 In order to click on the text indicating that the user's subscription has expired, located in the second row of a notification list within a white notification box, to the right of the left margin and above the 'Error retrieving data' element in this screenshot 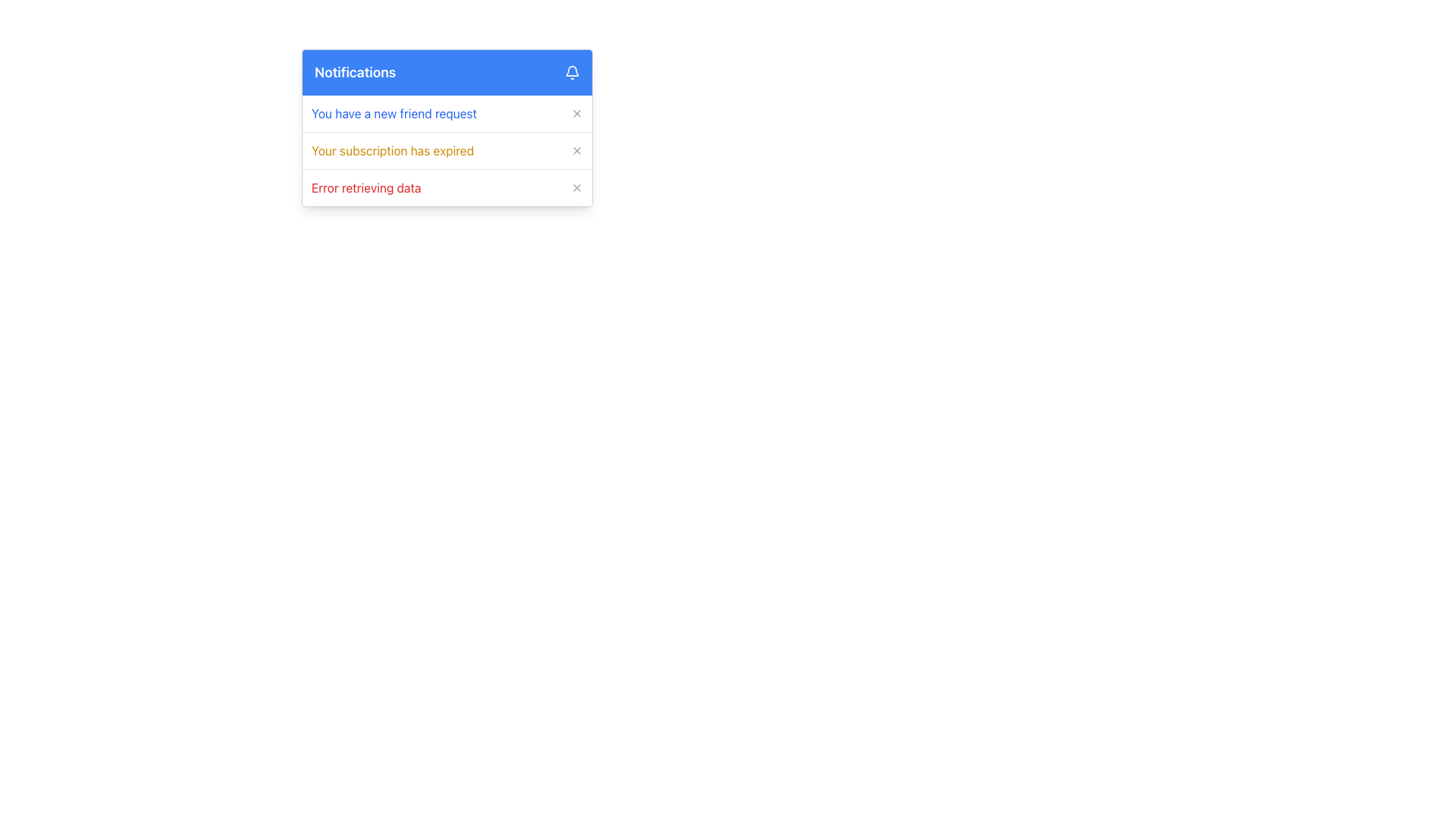, I will do `click(393, 151)`.